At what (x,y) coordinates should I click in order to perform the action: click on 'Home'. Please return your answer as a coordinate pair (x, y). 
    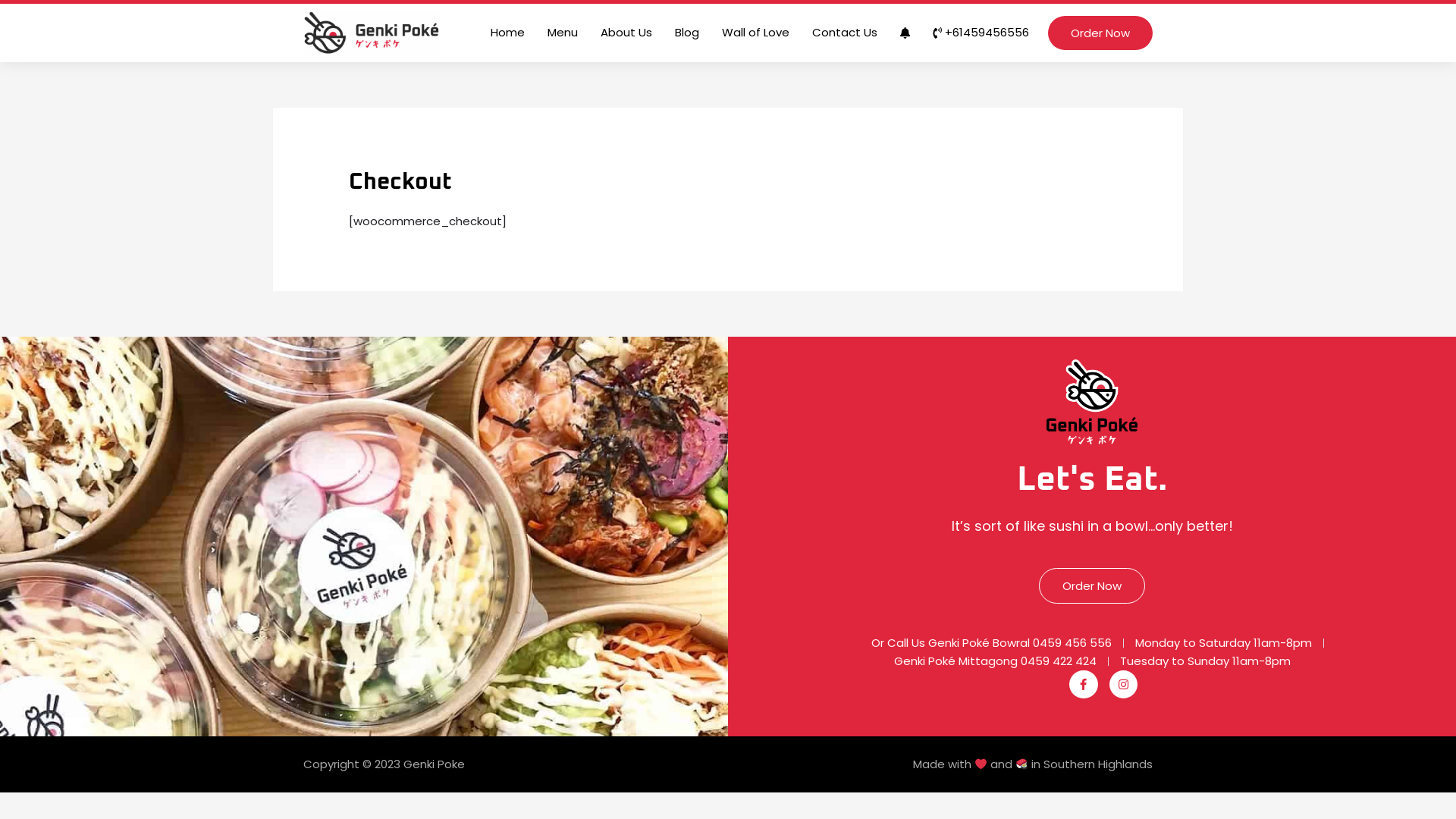
    Looking at the image, I should click on (507, 32).